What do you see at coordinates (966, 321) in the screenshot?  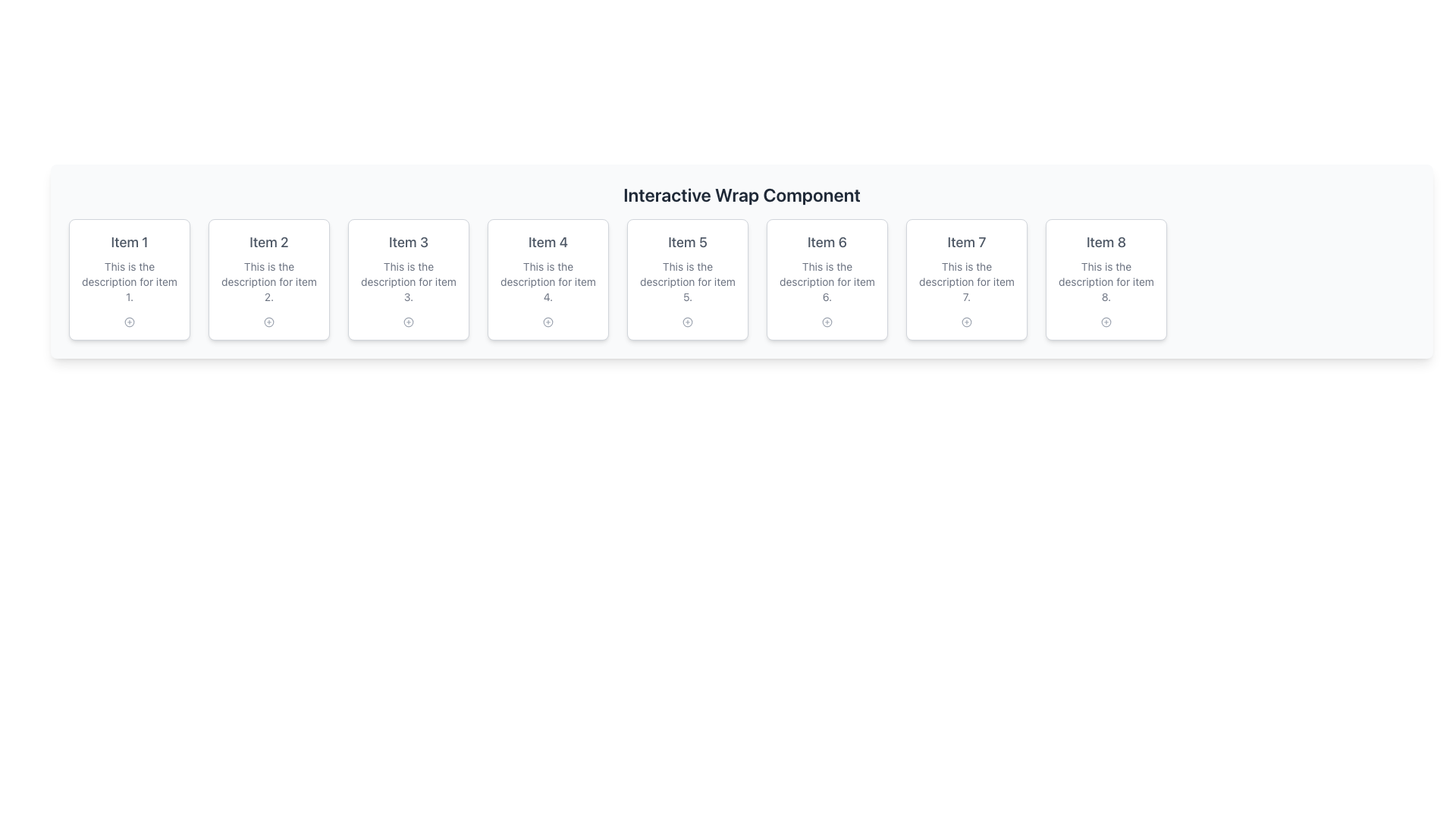 I see `the circular '+' button located in the seventh card of the grid layout` at bounding box center [966, 321].